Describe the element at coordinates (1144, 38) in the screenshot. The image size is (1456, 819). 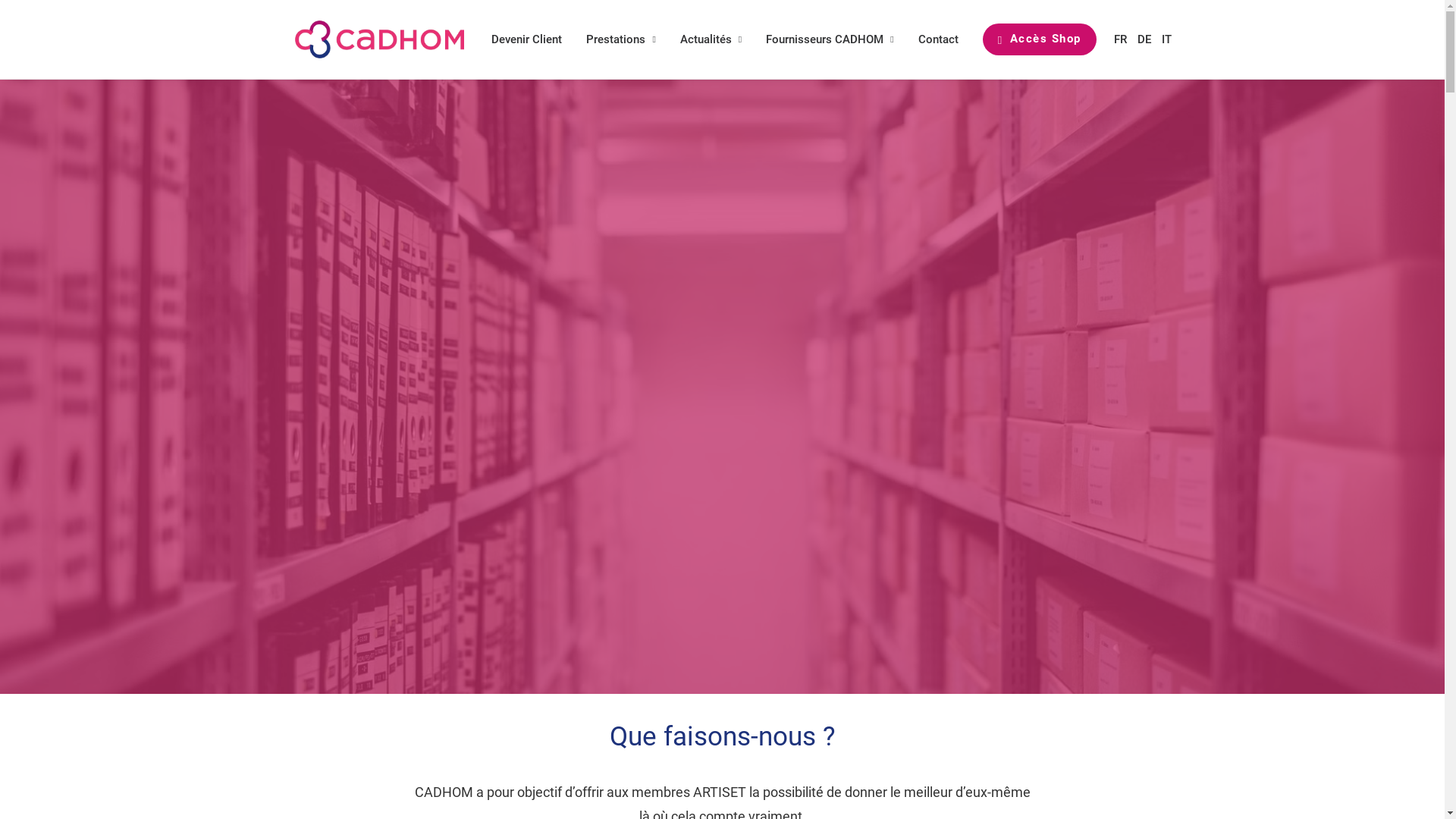
I see `'DE'` at that location.